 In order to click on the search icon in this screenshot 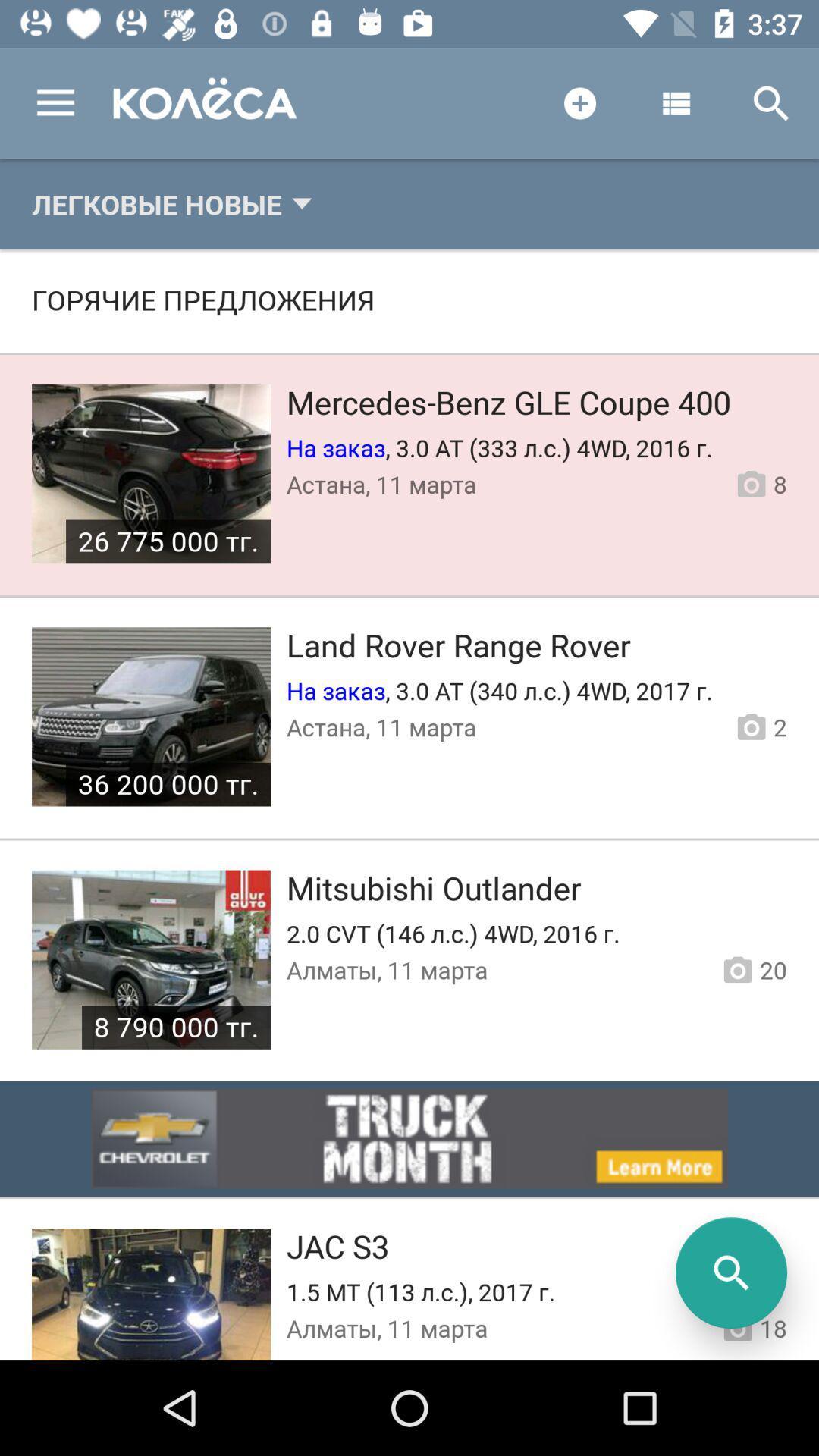, I will do `click(730, 1272)`.